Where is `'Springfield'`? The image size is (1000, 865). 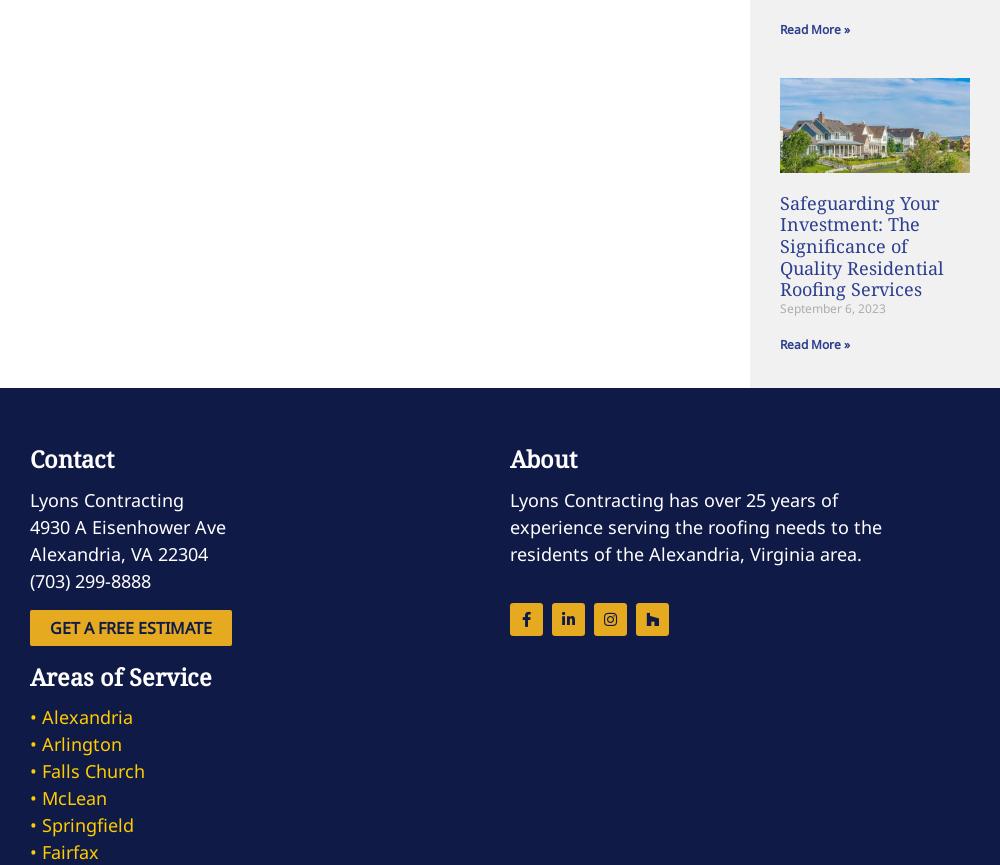 'Springfield' is located at coordinates (87, 824).